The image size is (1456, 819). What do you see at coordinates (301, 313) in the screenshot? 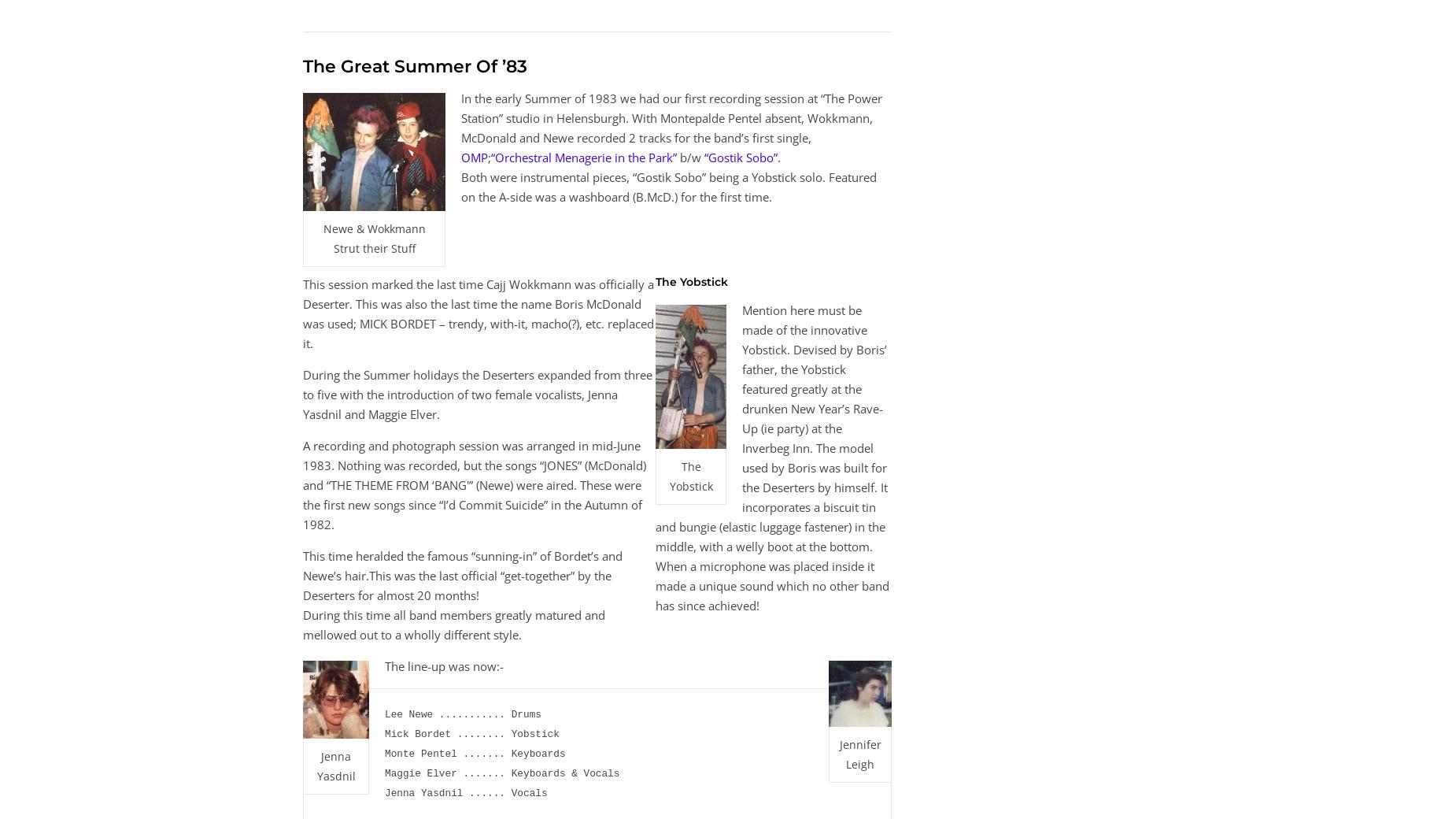
I see `'This session marked the last time Cajj Wokkmann was officially a Deserter. This was also the last time the name Boris McDonald was used; MICK BORDET – trendy, with-it, macho(?), etc. replaced it.'` at bounding box center [301, 313].